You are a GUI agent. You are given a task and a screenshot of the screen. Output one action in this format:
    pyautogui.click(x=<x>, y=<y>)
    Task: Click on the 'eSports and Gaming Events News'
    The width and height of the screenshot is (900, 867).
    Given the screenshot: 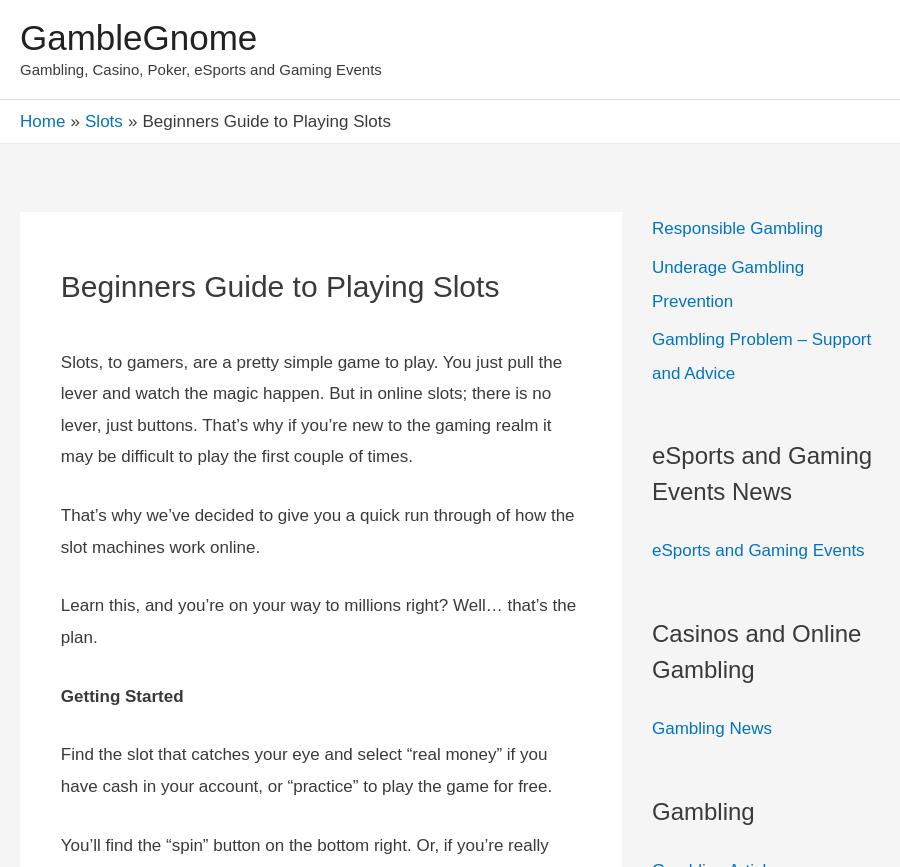 What is the action you would take?
    pyautogui.click(x=761, y=472)
    